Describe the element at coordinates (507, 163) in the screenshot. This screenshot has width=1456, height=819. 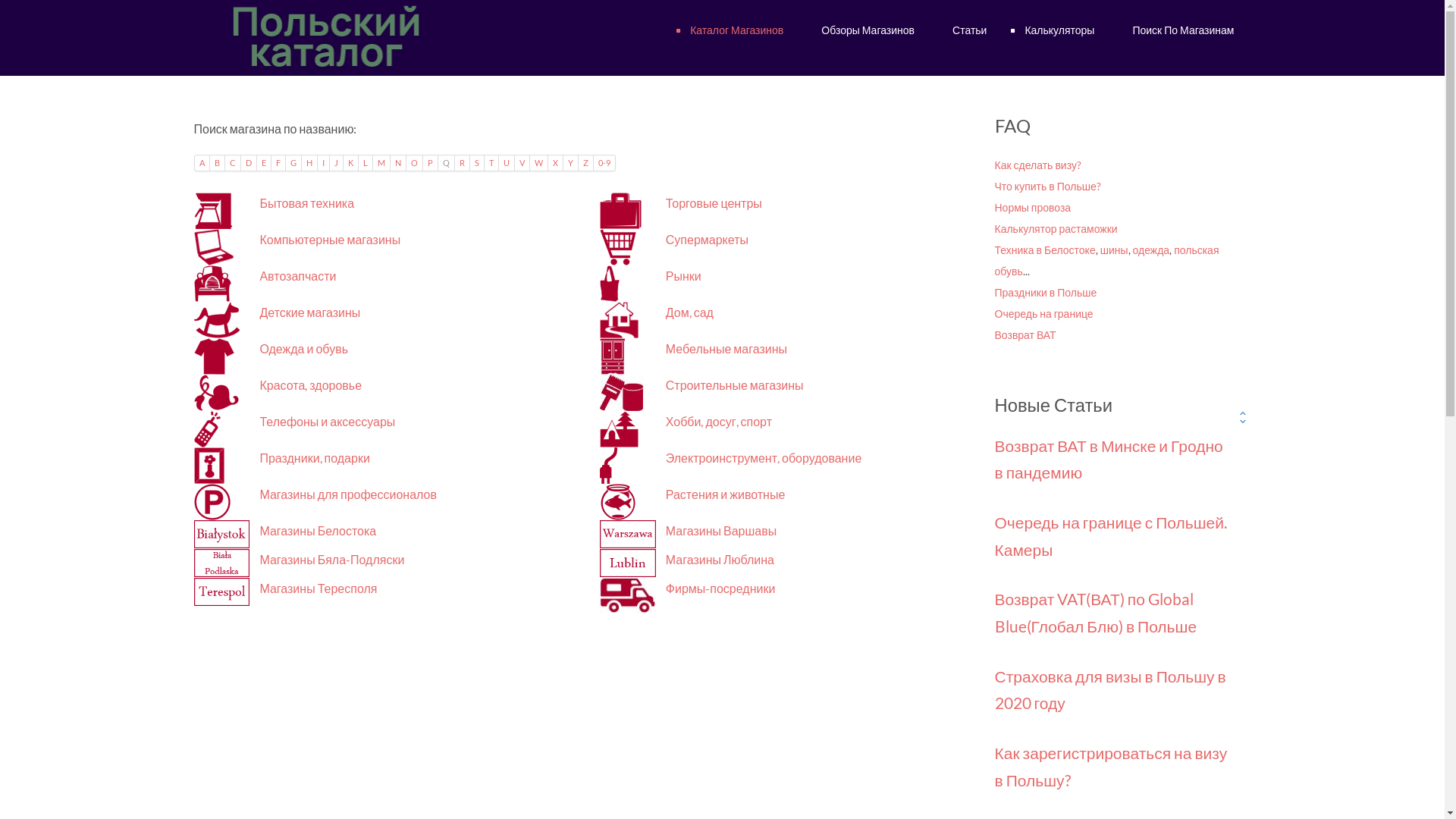
I see `'U'` at that location.